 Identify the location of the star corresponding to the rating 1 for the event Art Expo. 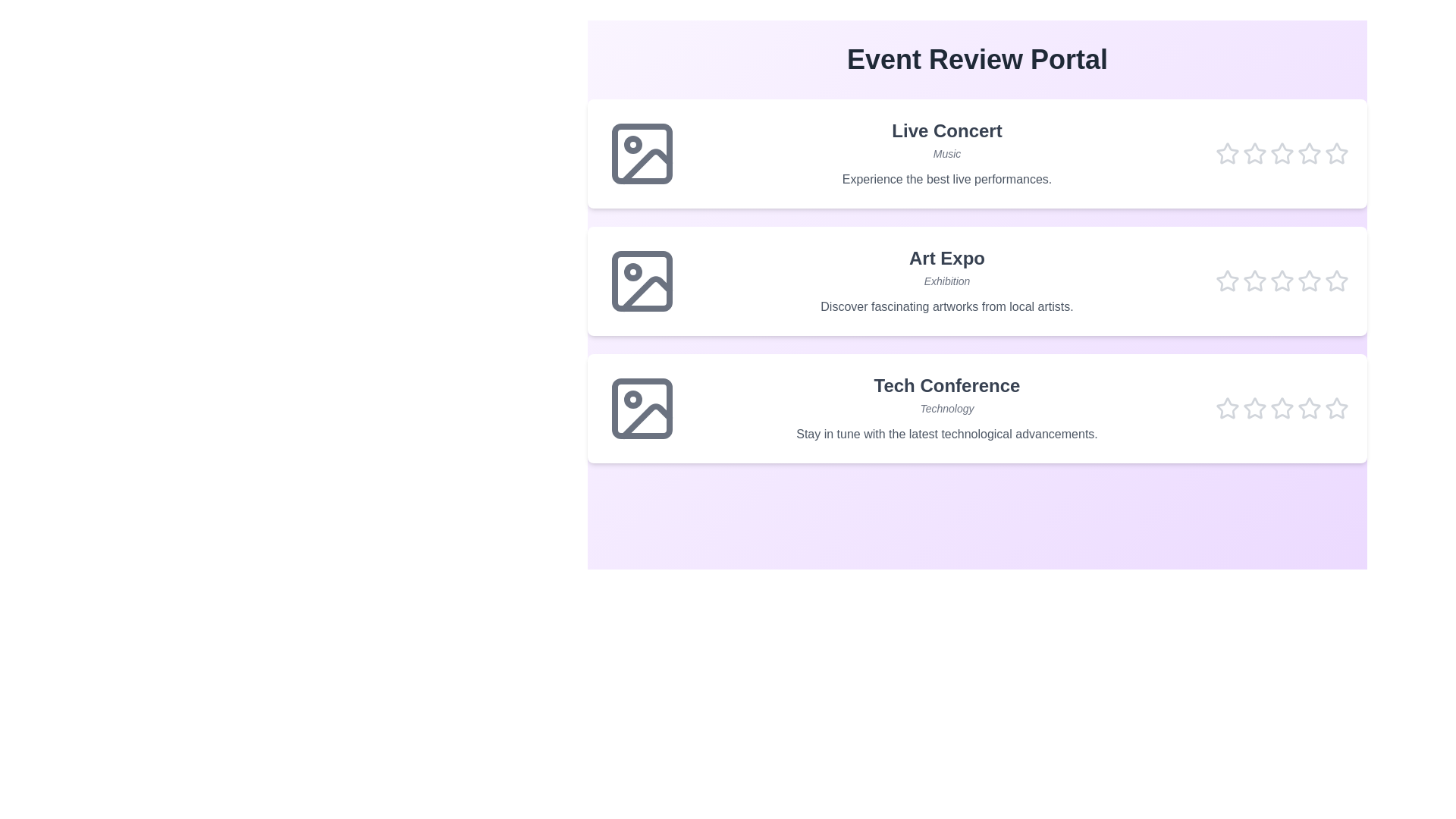
(1227, 281).